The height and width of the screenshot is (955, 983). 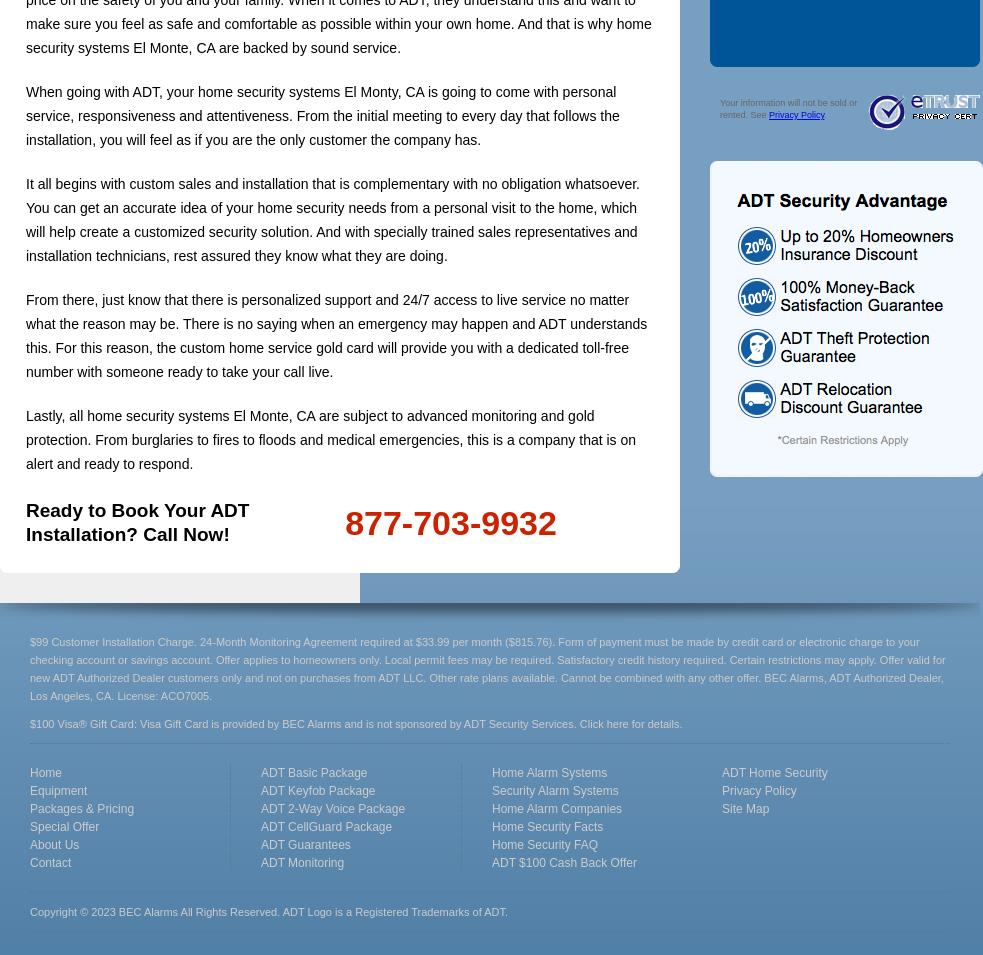 What do you see at coordinates (547, 827) in the screenshot?
I see `'Home Security Facts'` at bounding box center [547, 827].